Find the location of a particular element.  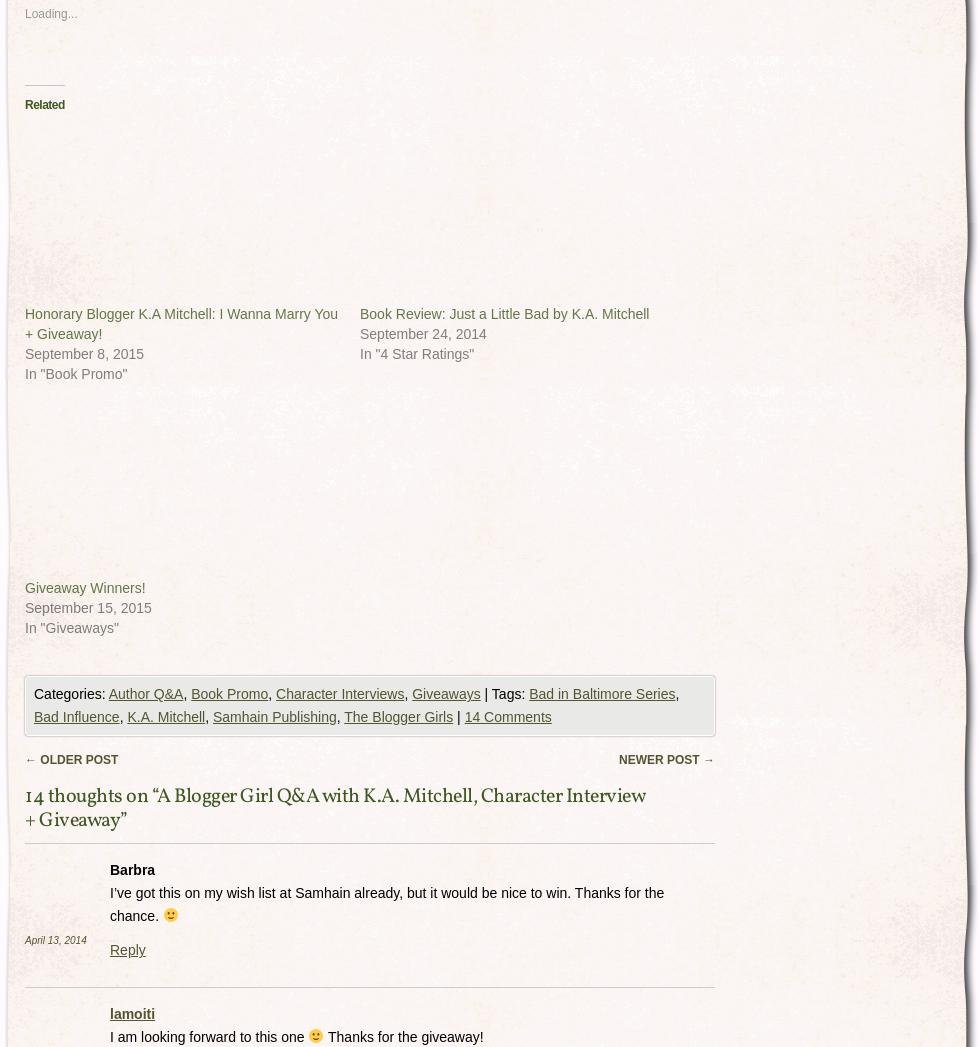

'Character Interviews' is located at coordinates (339, 692).